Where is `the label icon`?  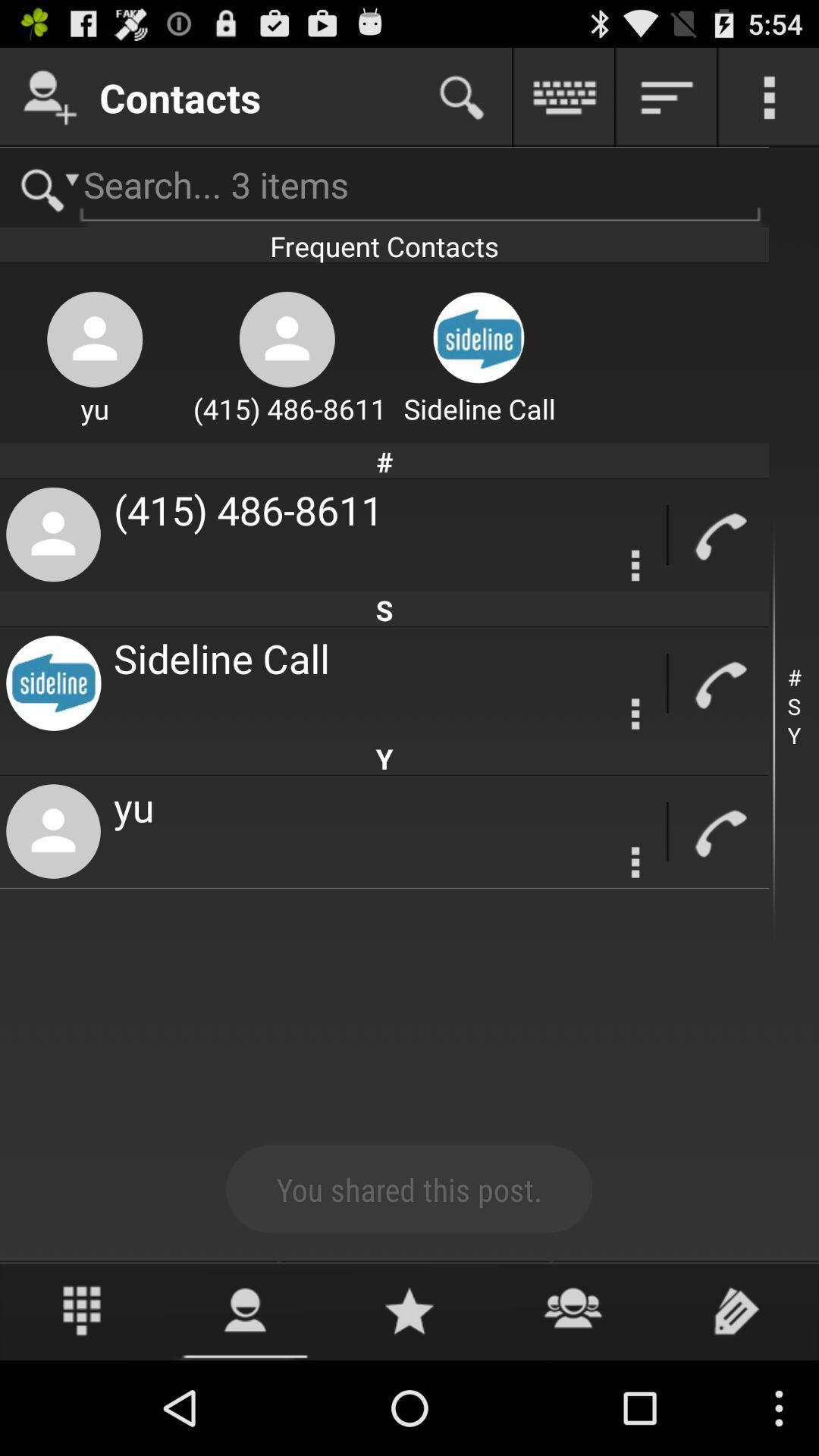 the label icon is located at coordinates (736, 1401).